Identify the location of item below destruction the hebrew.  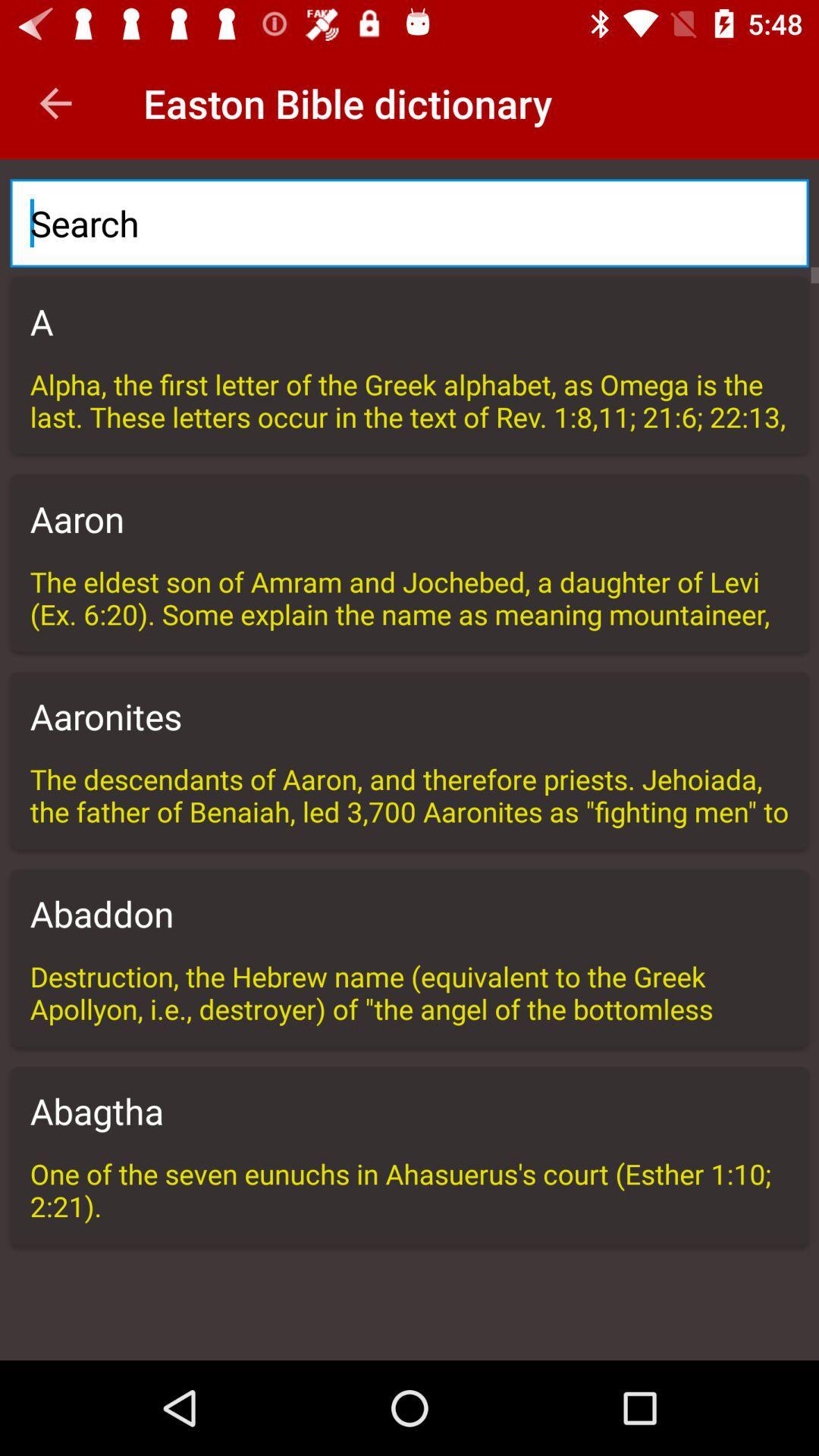
(409, 1111).